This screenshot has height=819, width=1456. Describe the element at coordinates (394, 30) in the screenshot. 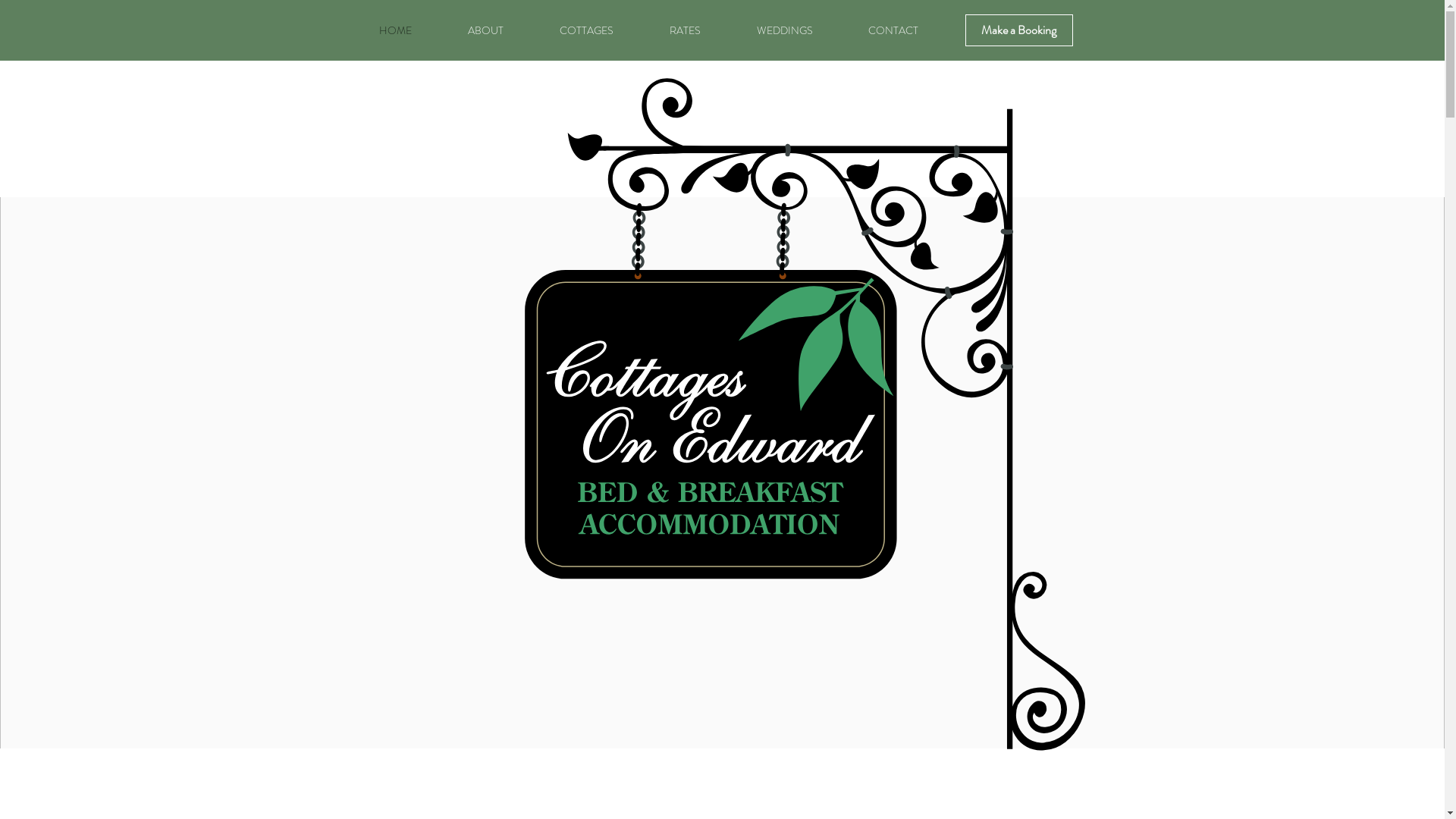

I see `'HOME'` at that location.